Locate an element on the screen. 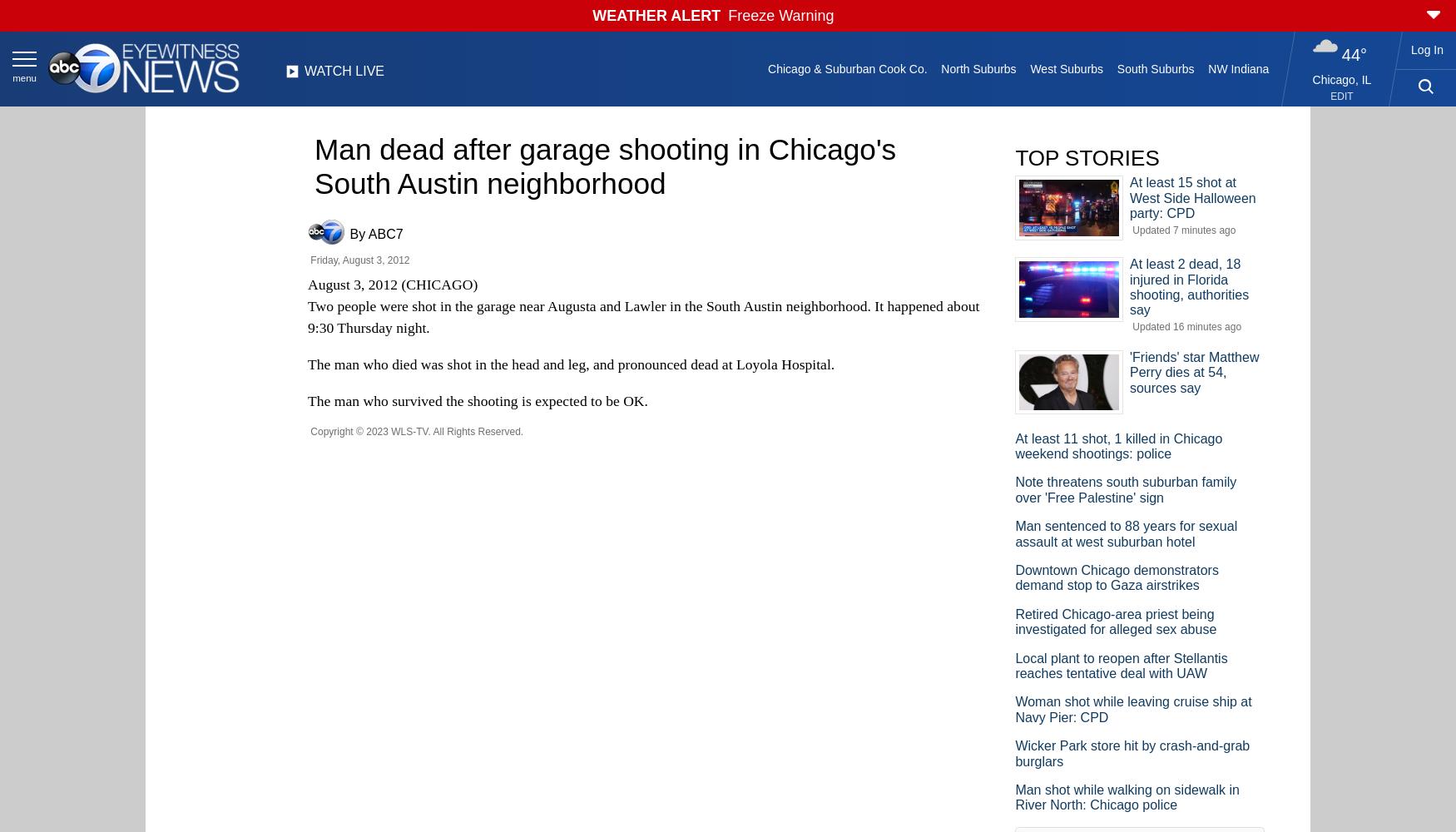 This screenshot has width=1456, height=832. 'West Suburbs' is located at coordinates (1029, 68).